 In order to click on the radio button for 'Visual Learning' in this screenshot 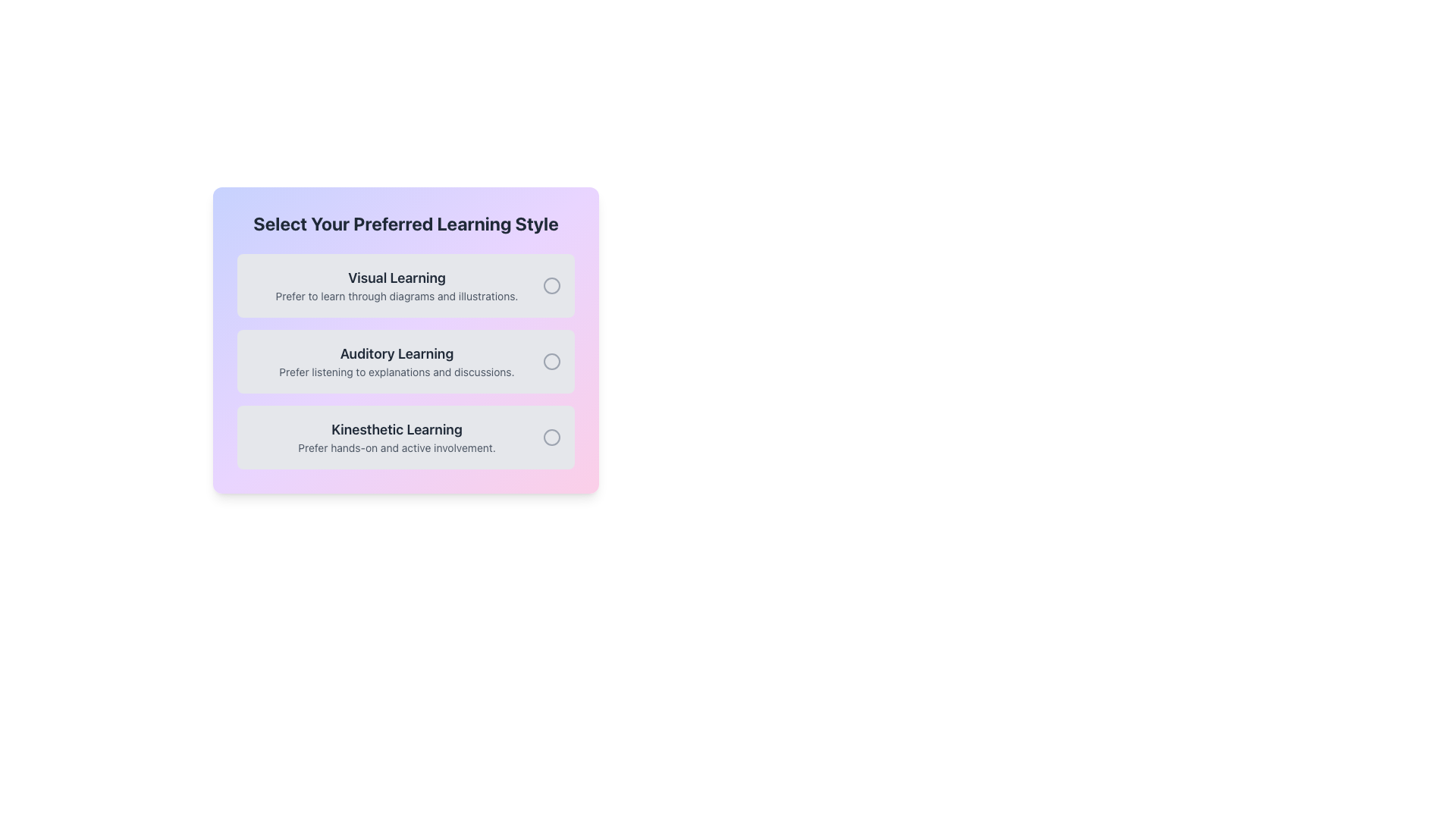, I will do `click(551, 286)`.